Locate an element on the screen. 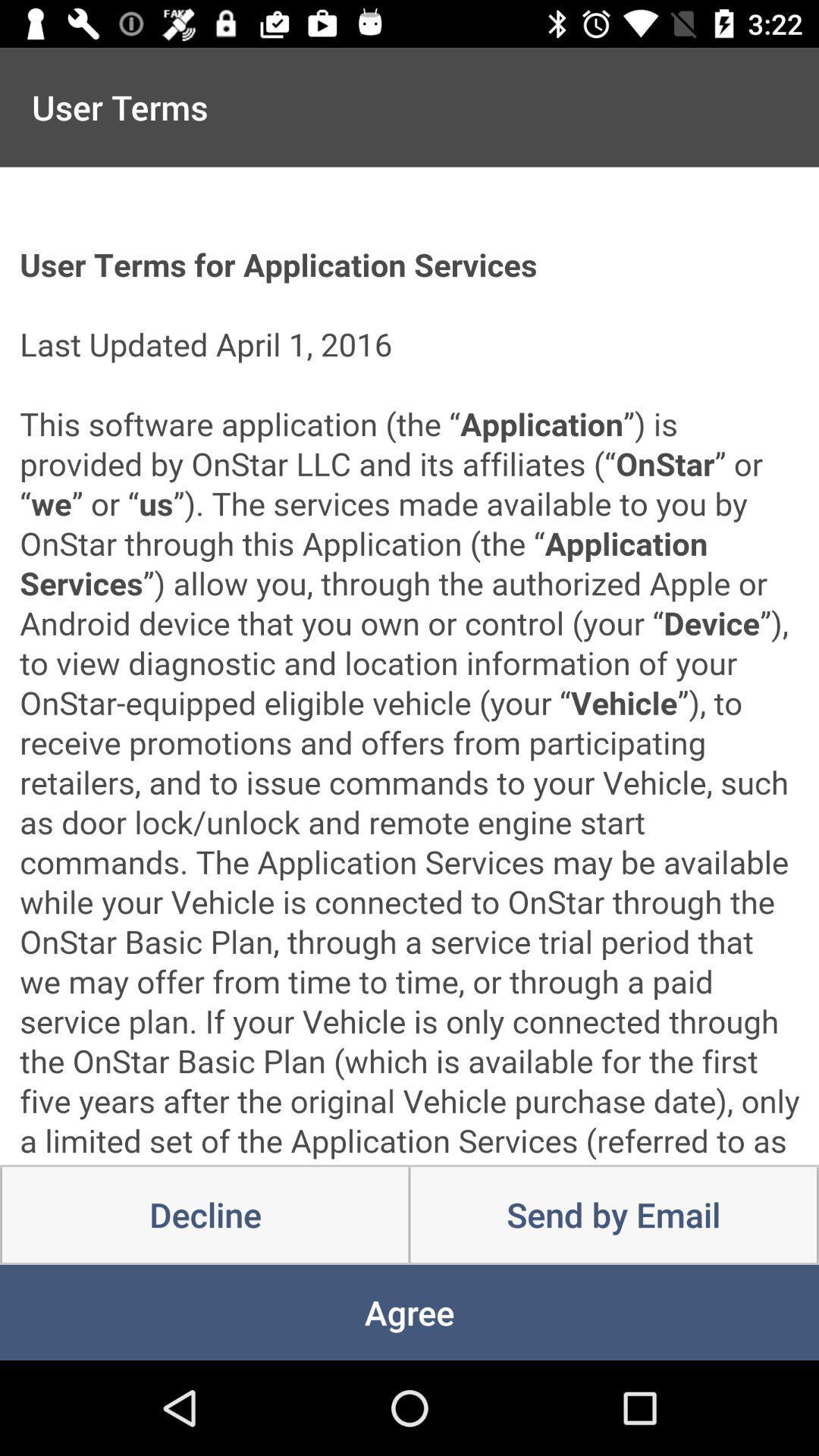 The width and height of the screenshot is (819, 1456). icon above the decline is located at coordinates (409, 666).